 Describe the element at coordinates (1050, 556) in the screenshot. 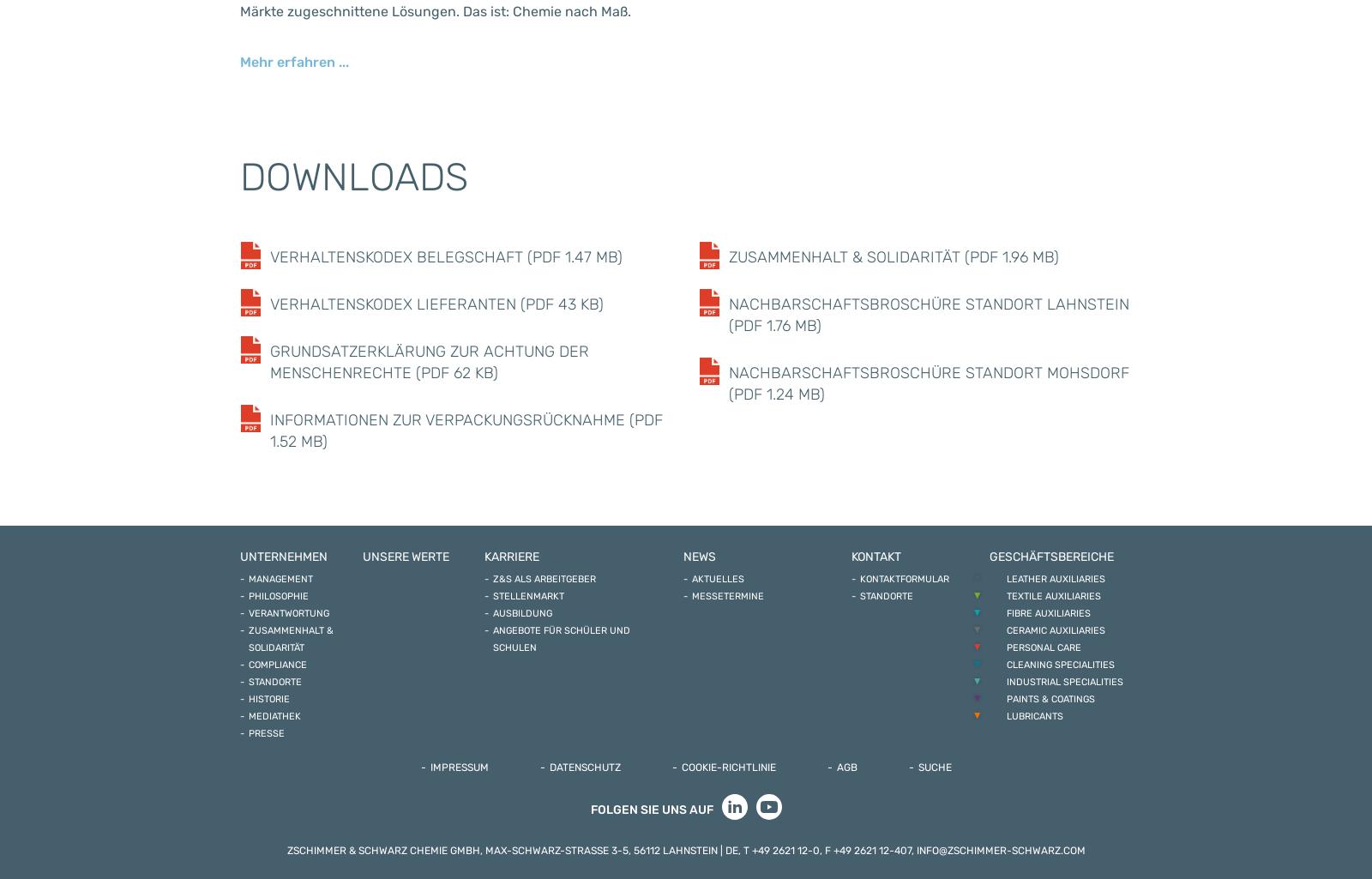

I see `'Geschäftsbereiche'` at that location.